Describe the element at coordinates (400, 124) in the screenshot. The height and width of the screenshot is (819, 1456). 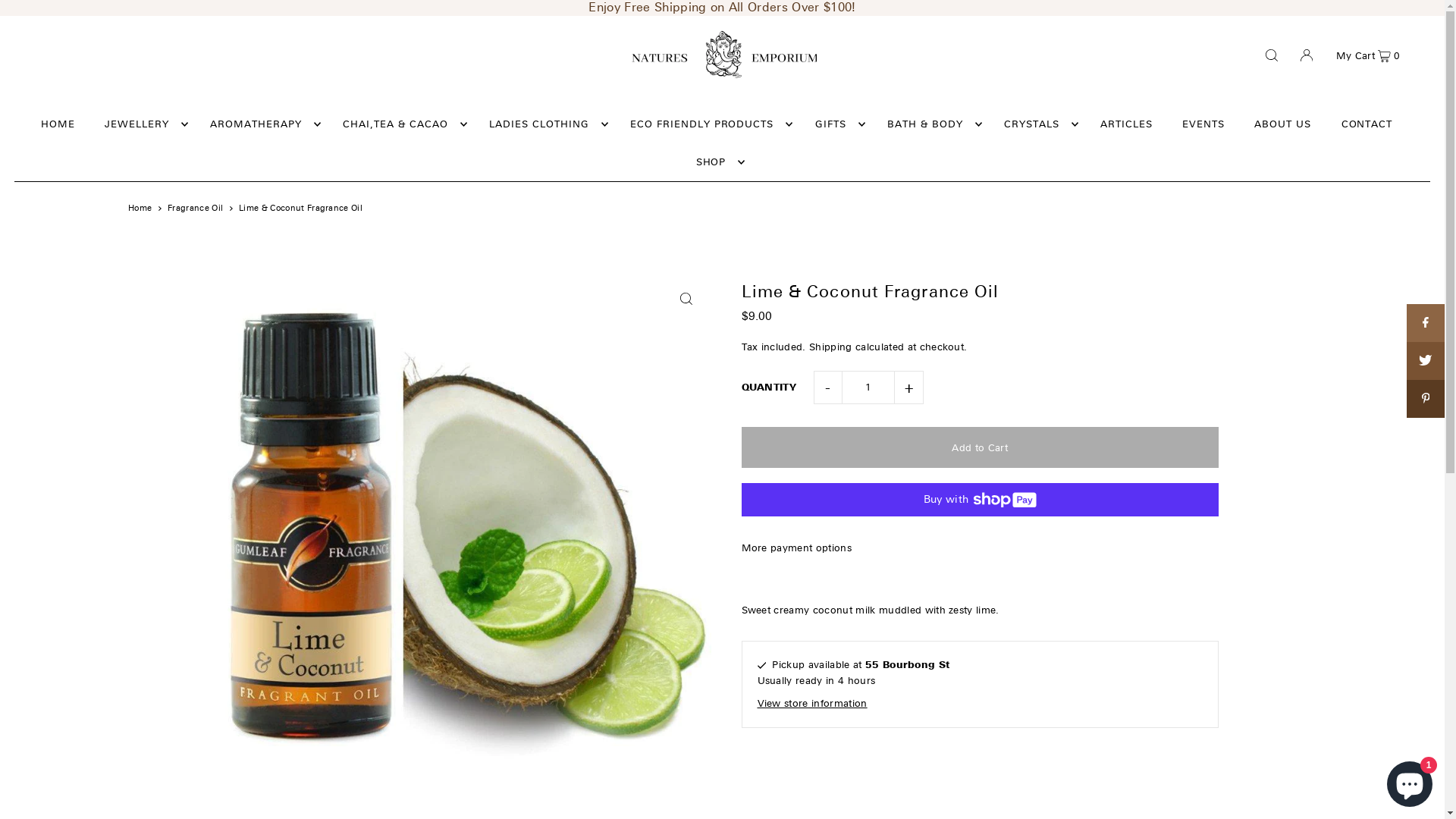
I see `'CHAI,TEA & CACAO'` at that location.